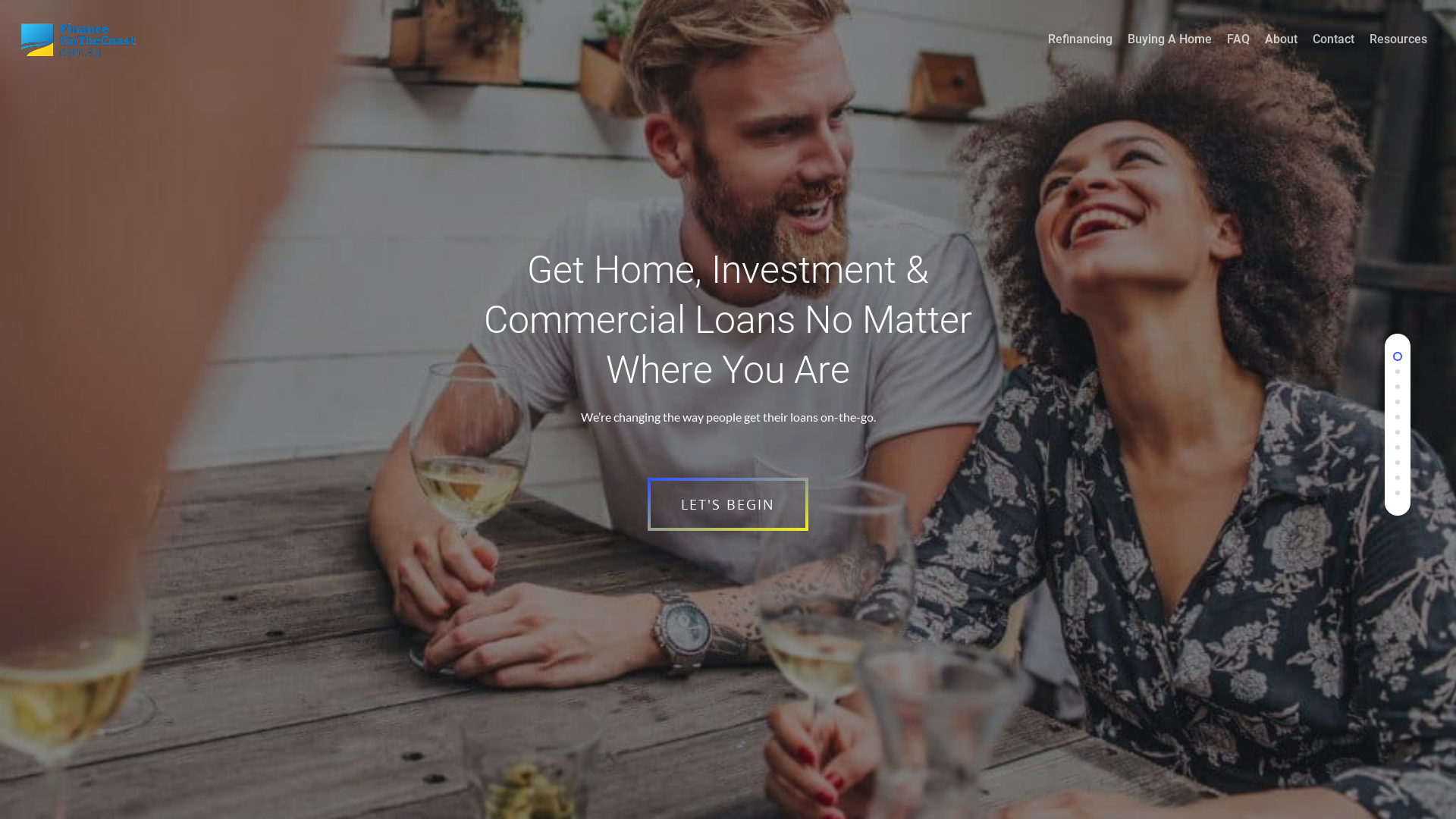 This screenshot has height=819, width=1456. What do you see at coordinates (1169, 49) in the screenshot?
I see `'Buying A Home'` at bounding box center [1169, 49].